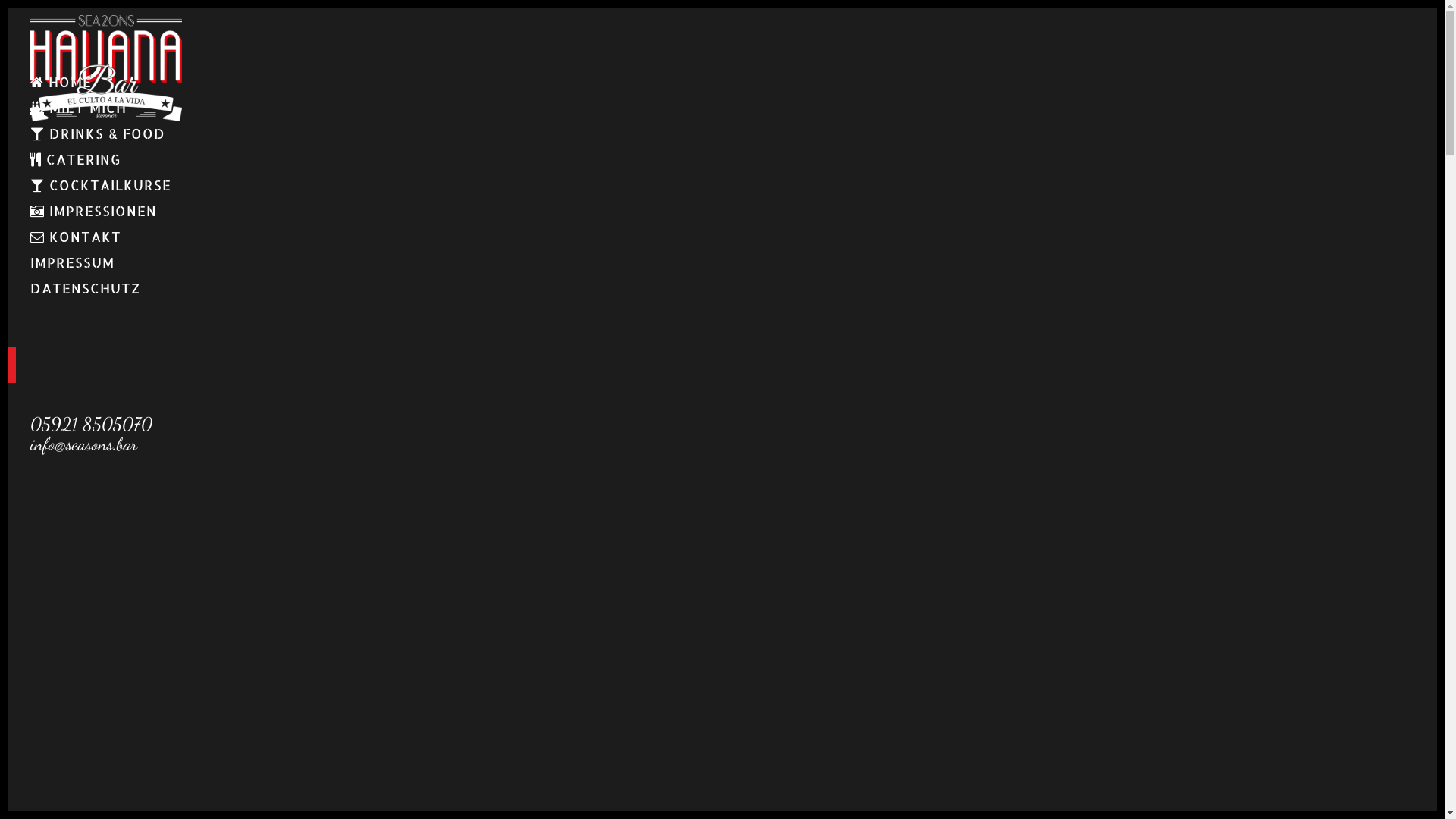  I want to click on 'DATENSCHUTZ', so click(30, 288).